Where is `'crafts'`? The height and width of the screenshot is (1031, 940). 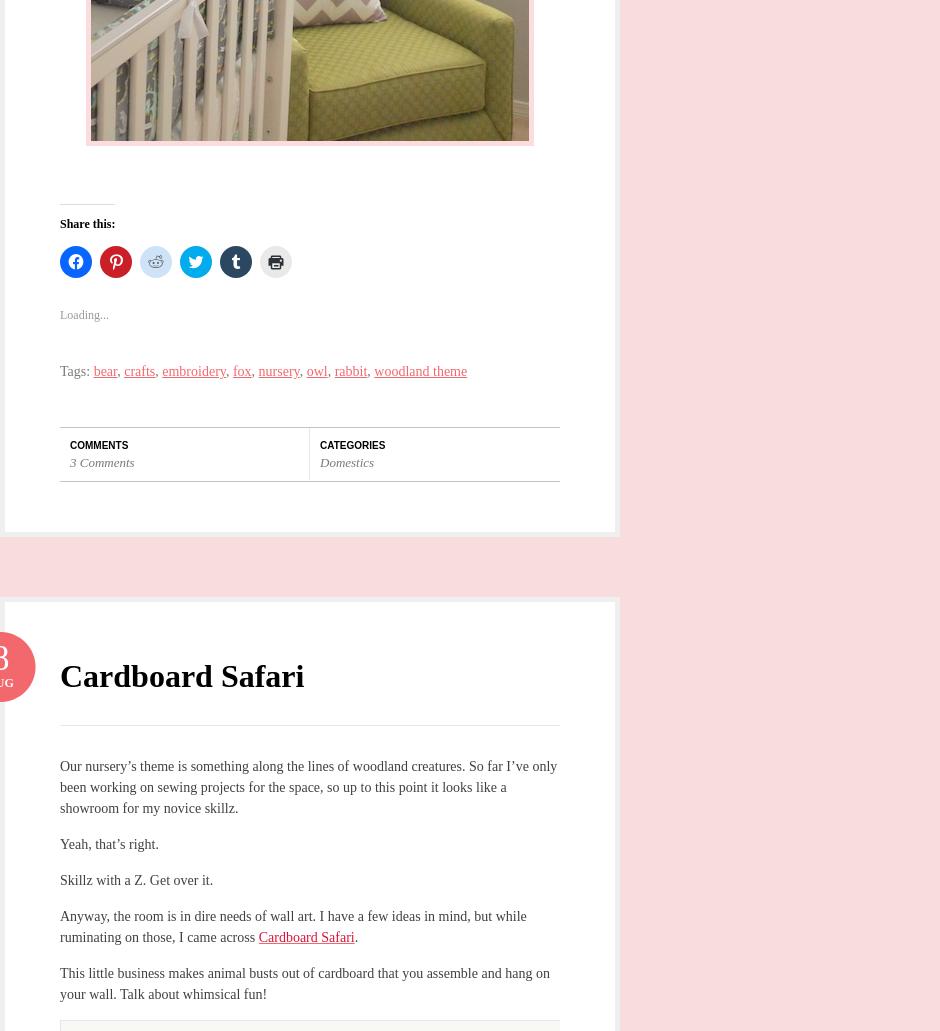 'crafts' is located at coordinates (138, 370).